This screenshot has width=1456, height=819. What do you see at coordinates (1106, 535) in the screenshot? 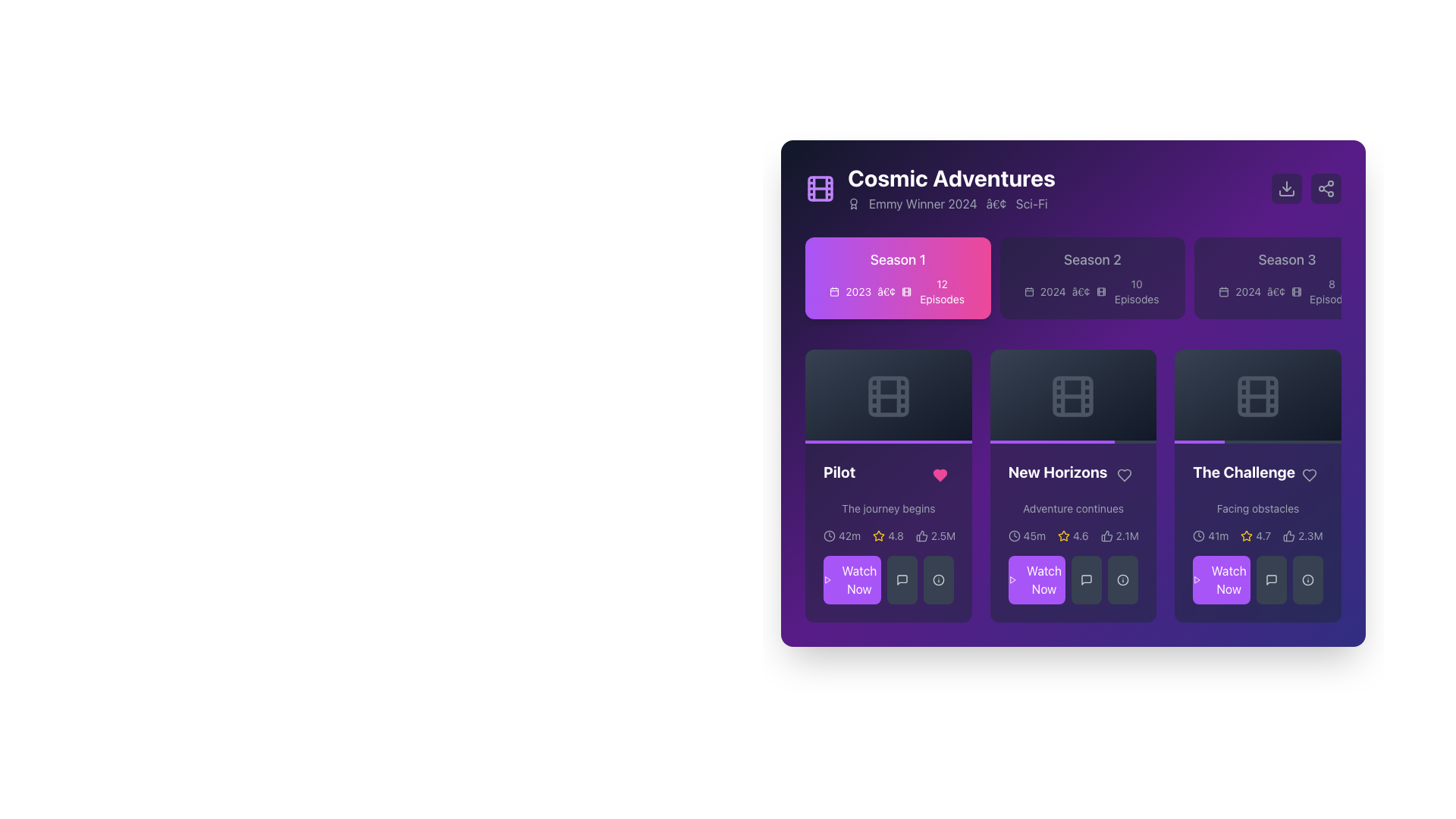
I see `the thumbs-up icon located in the lower middle section of the 'New Horizons' card, which is styled with a thin outline and is positioned to the left of the numeric text '2.1M'` at bounding box center [1106, 535].